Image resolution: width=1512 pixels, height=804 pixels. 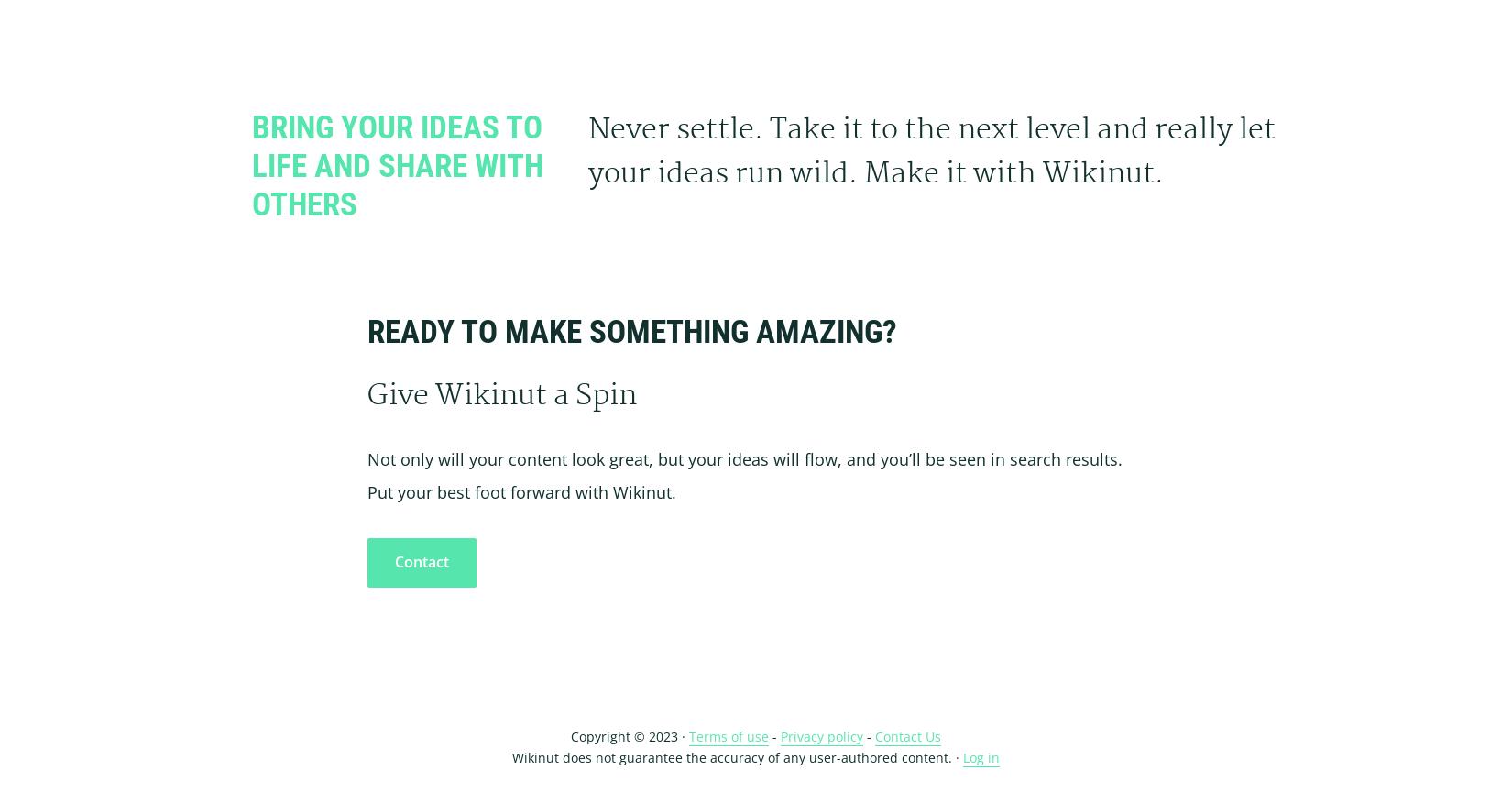 I want to click on 'Contact Us', so click(x=875, y=735).